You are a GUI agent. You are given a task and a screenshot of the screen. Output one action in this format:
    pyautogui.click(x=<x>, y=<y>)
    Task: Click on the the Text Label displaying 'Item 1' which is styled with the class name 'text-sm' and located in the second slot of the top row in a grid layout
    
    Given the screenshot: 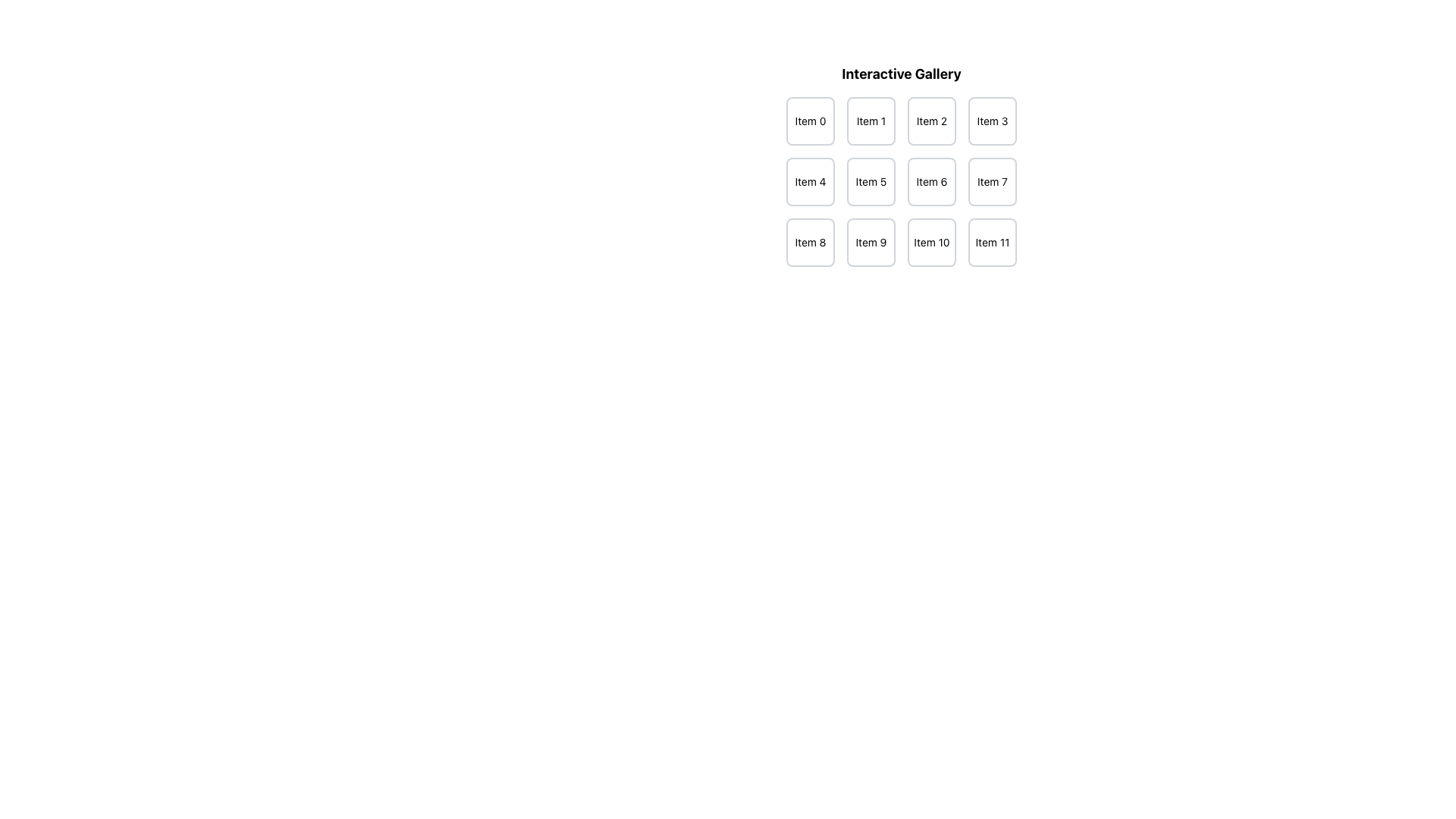 What is the action you would take?
    pyautogui.click(x=871, y=120)
    